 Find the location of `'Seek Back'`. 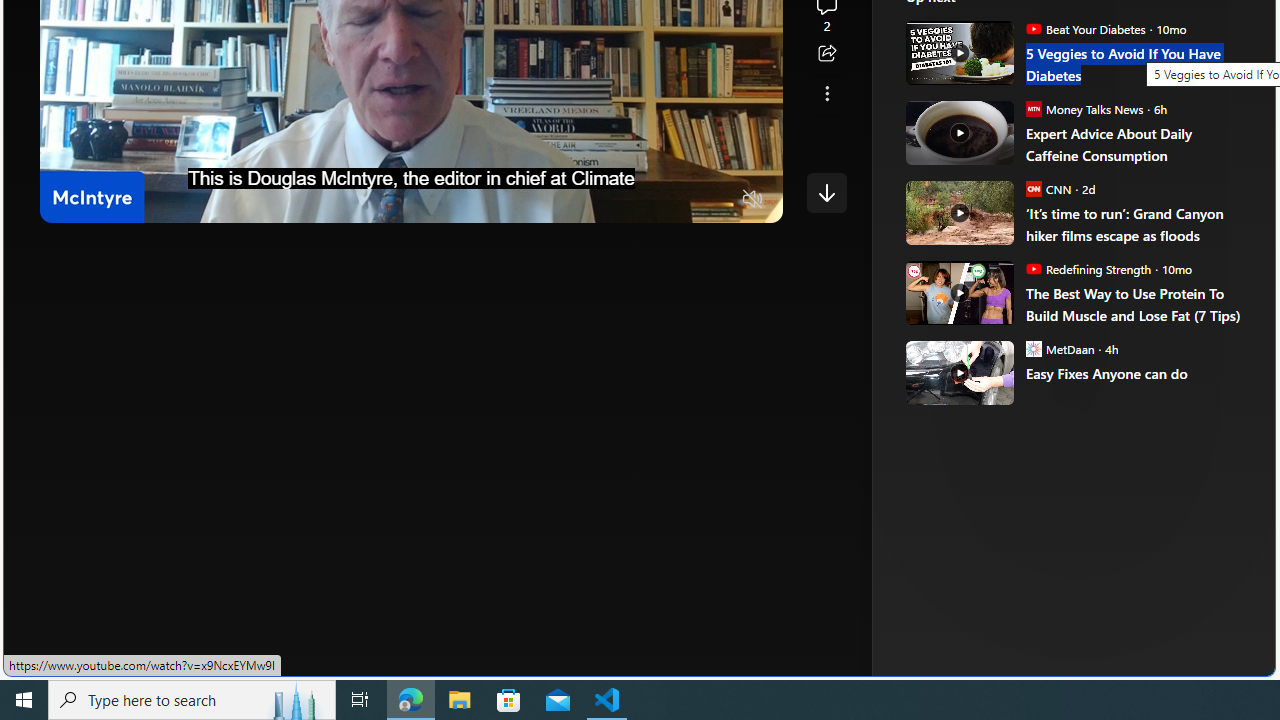

'Seek Back' is located at coordinates (109, 200).